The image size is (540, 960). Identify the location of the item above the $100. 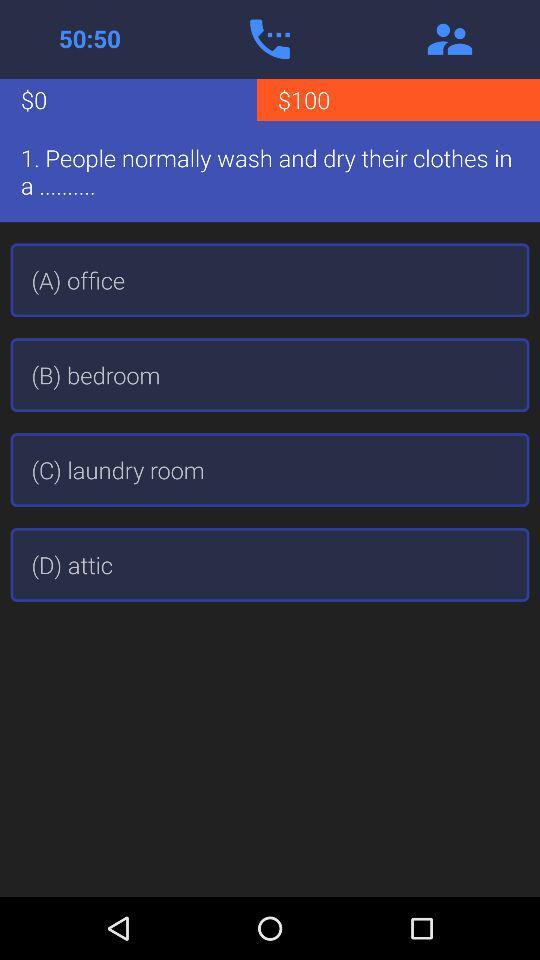
(449, 38).